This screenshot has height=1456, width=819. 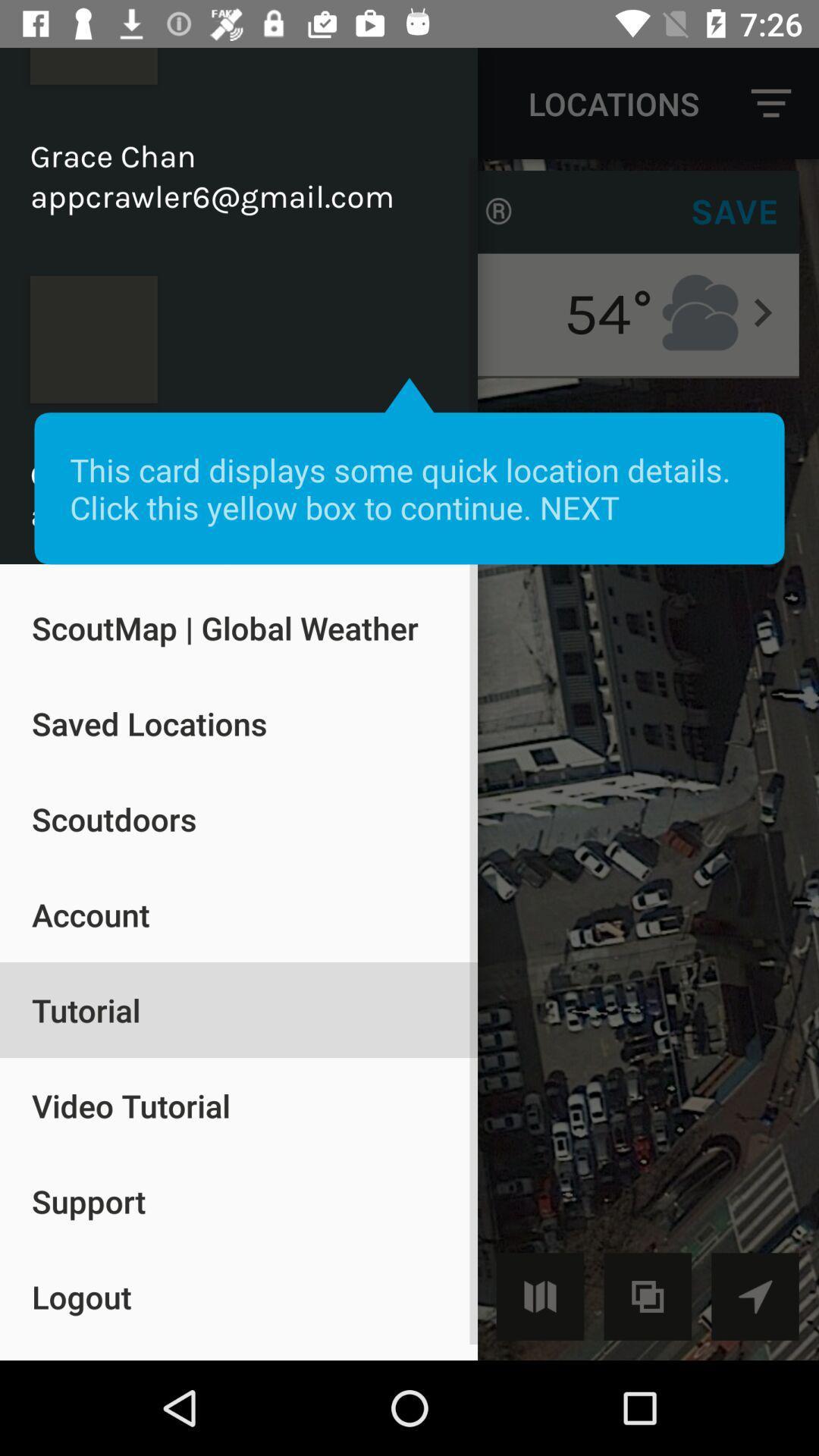 What do you see at coordinates (648, 1295) in the screenshot?
I see `the copy icon` at bounding box center [648, 1295].